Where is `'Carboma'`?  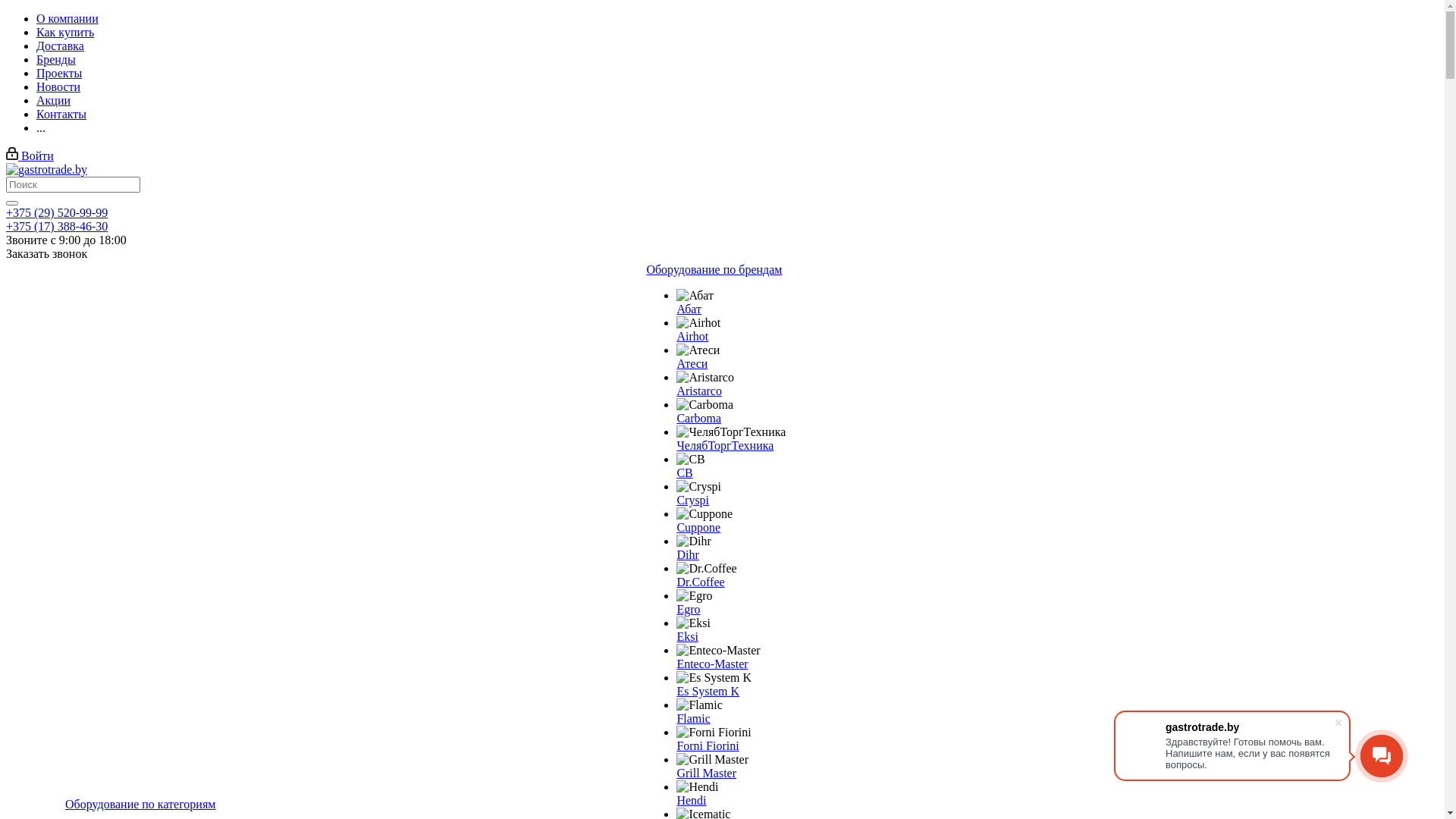
'Carboma' is located at coordinates (698, 418).